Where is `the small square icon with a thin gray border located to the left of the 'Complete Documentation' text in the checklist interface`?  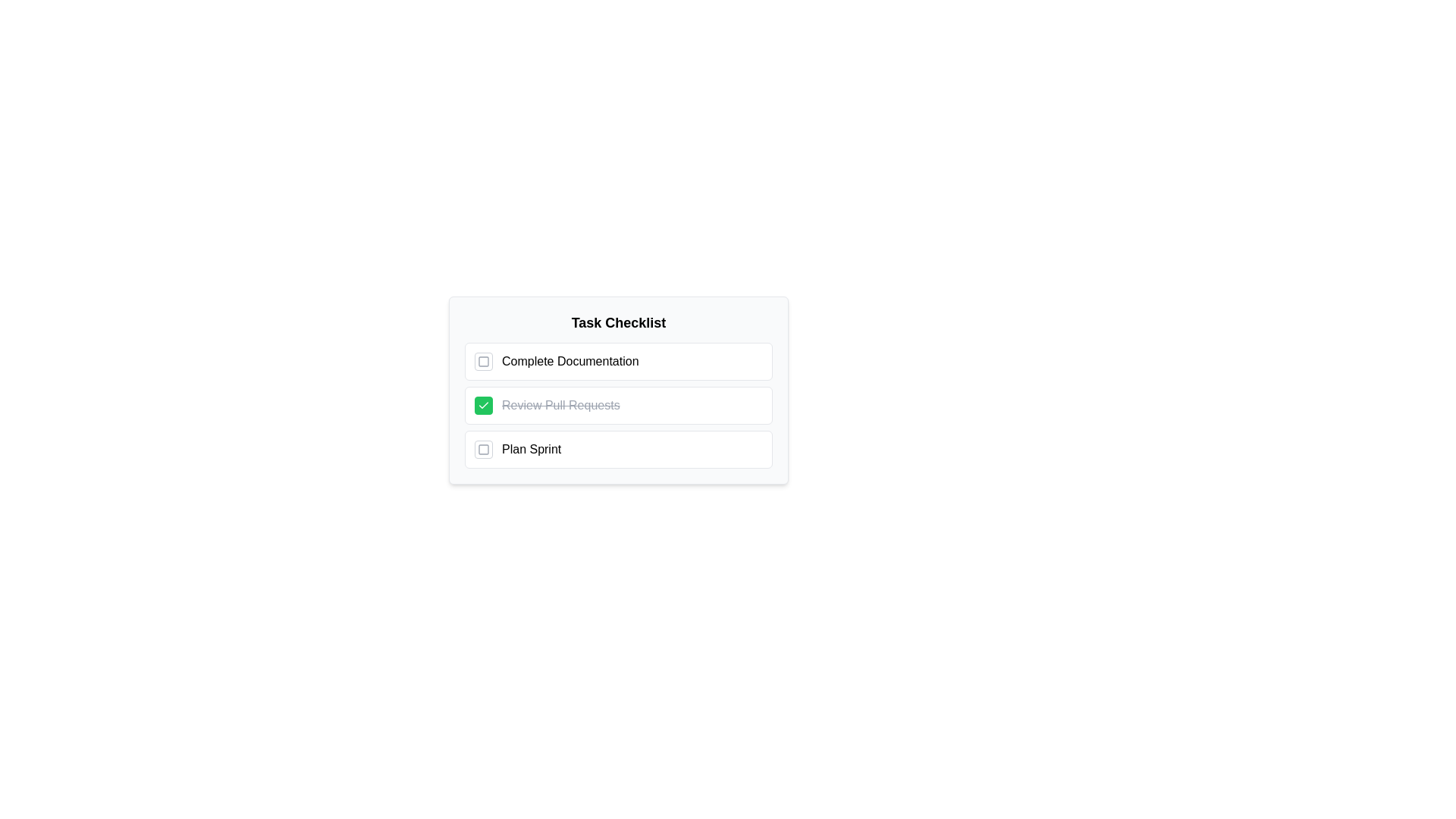
the small square icon with a thin gray border located to the left of the 'Complete Documentation' text in the checklist interface is located at coordinates (483, 362).